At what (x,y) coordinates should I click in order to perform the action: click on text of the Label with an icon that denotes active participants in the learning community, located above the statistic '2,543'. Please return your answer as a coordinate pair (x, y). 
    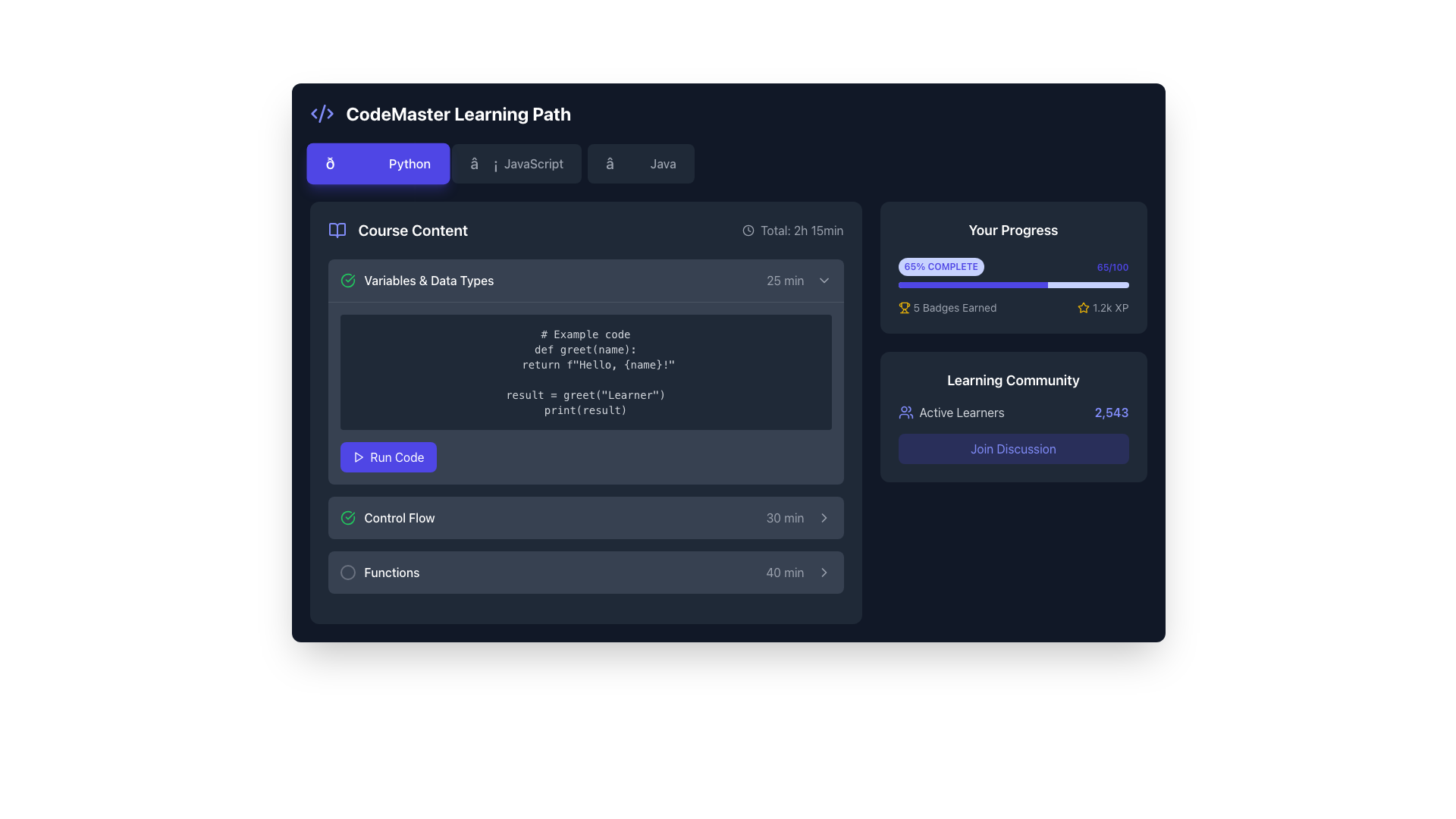
    Looking at the image, I should click on (950, 412).